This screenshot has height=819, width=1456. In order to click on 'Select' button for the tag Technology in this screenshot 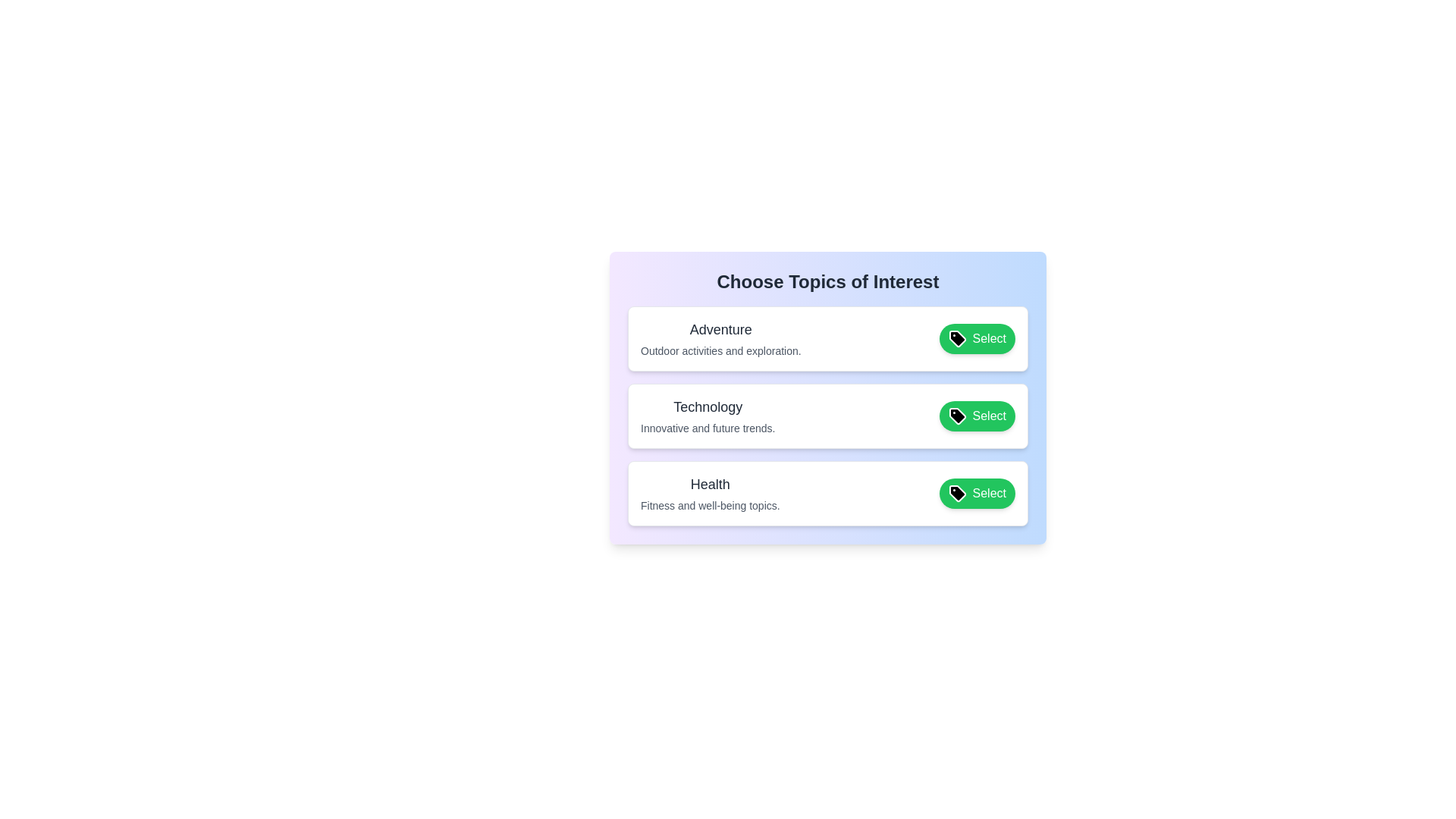, I will do `click(977, 416)`.